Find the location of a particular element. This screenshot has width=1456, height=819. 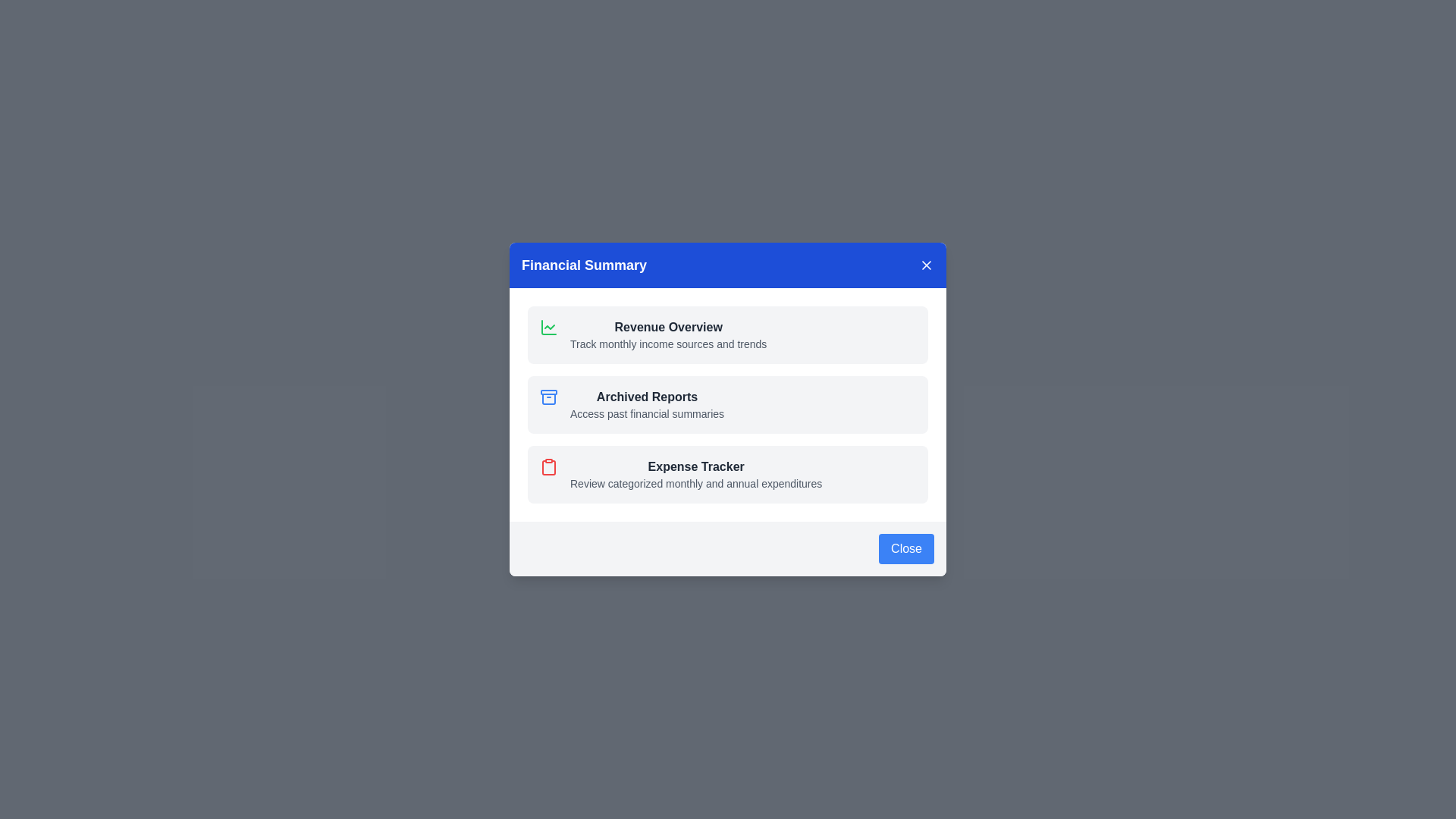

the Archived Reports section in the Financial Summary dialog is located at coordinates (647, 403).